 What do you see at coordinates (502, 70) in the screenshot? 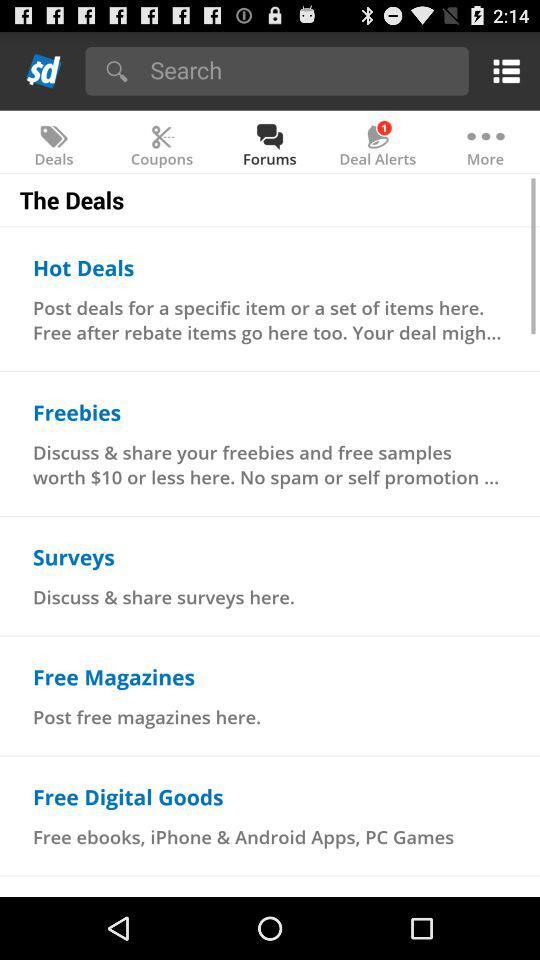
I see `show options` at bounding box center [502, 70].